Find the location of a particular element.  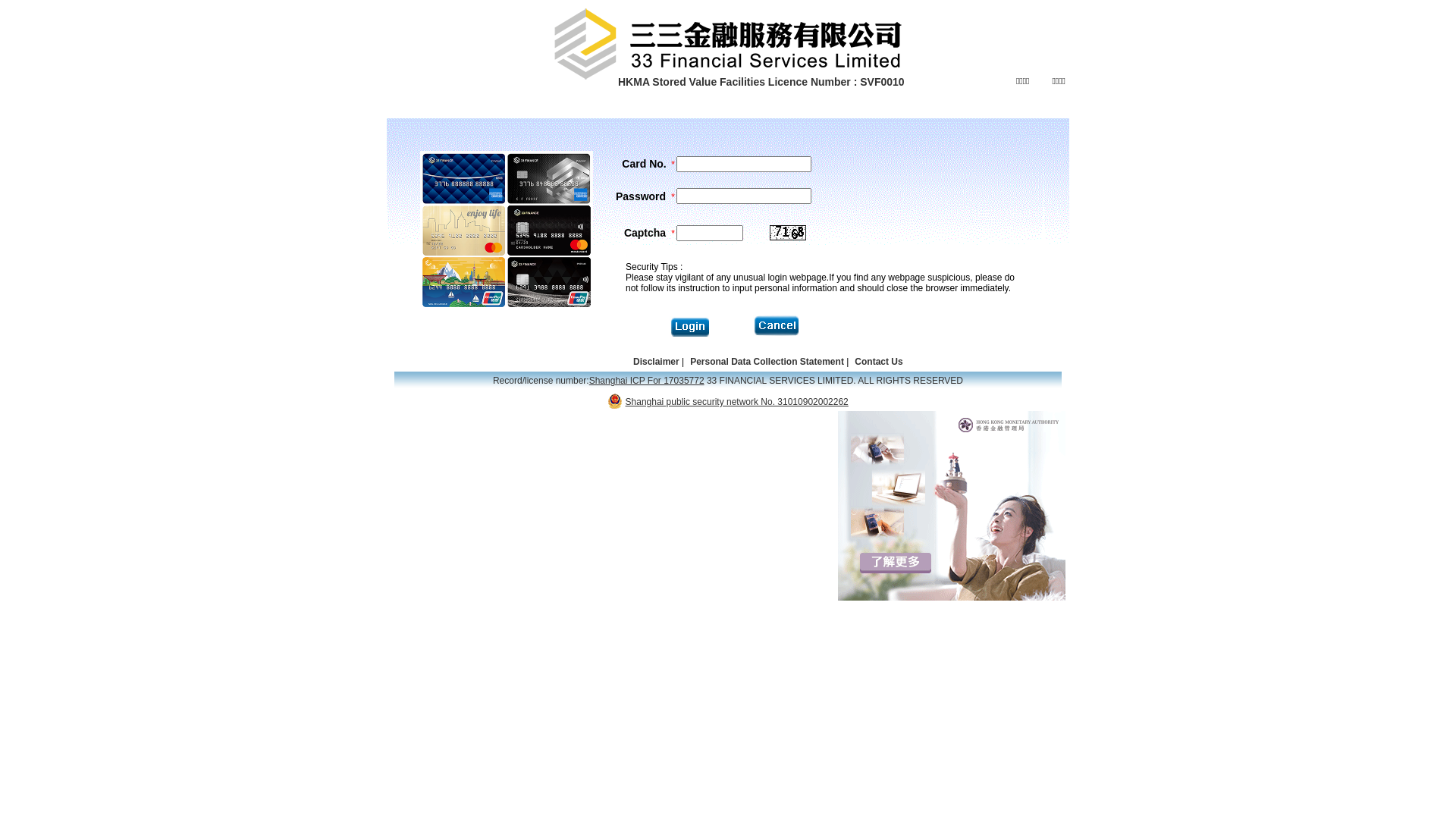

'Can not see clearly? Click here. ' is located at coordinates (787, 233).